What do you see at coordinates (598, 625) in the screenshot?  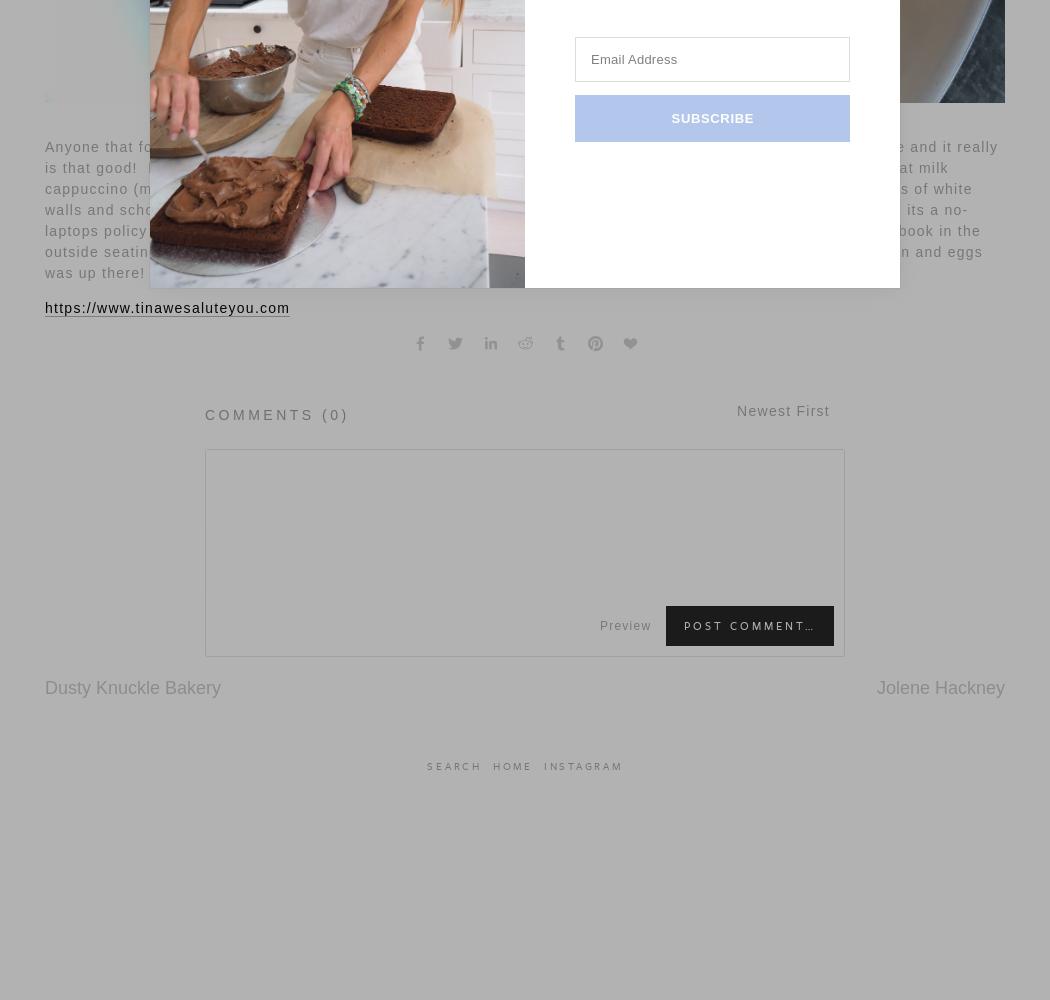 I see `'Preview'` at bounding box center [598, 625].